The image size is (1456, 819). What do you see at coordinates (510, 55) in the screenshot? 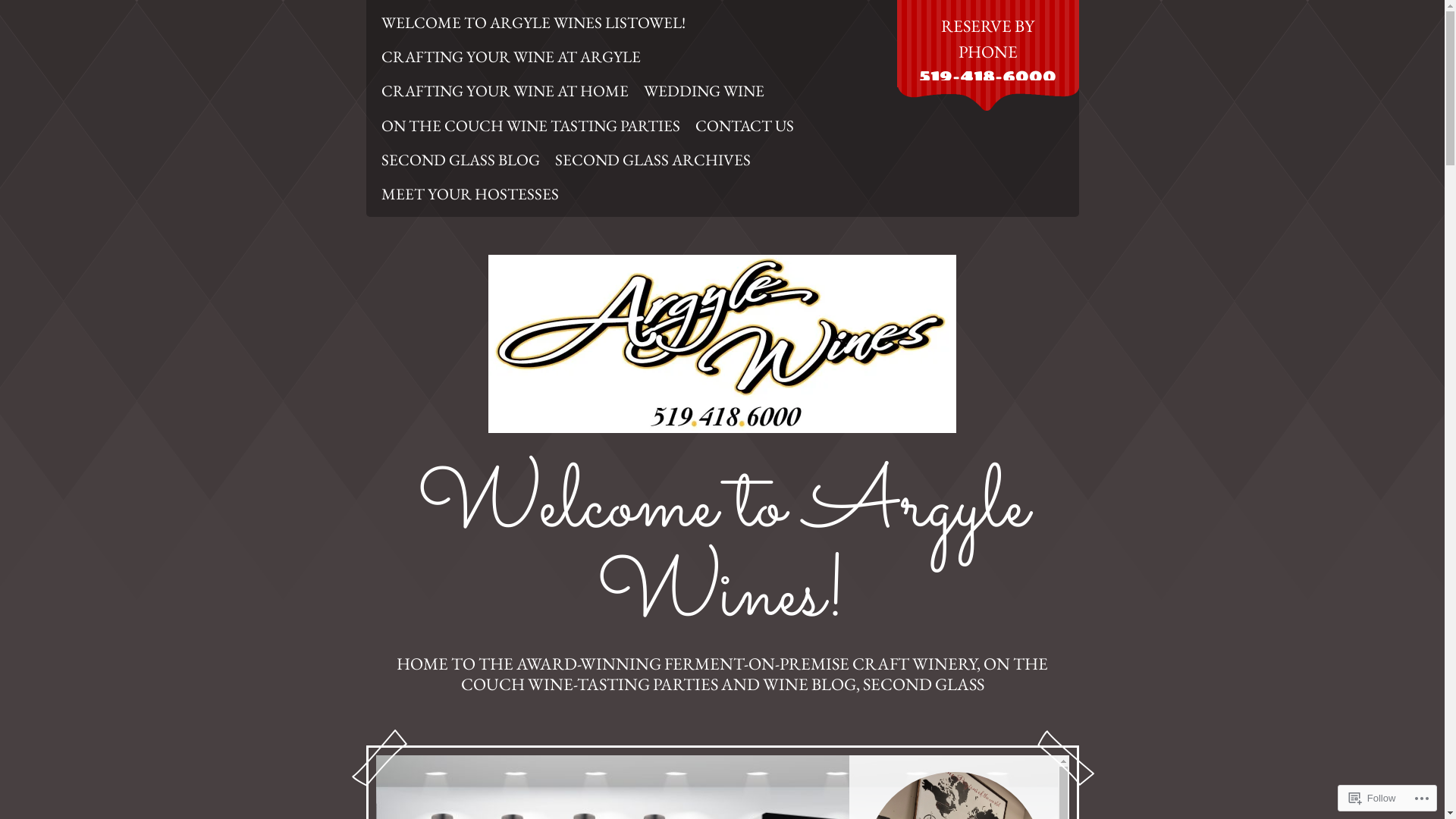
I see `'CRAFTING YOUR WINE AT ARGYLE'` at bounding box center [510, 55].